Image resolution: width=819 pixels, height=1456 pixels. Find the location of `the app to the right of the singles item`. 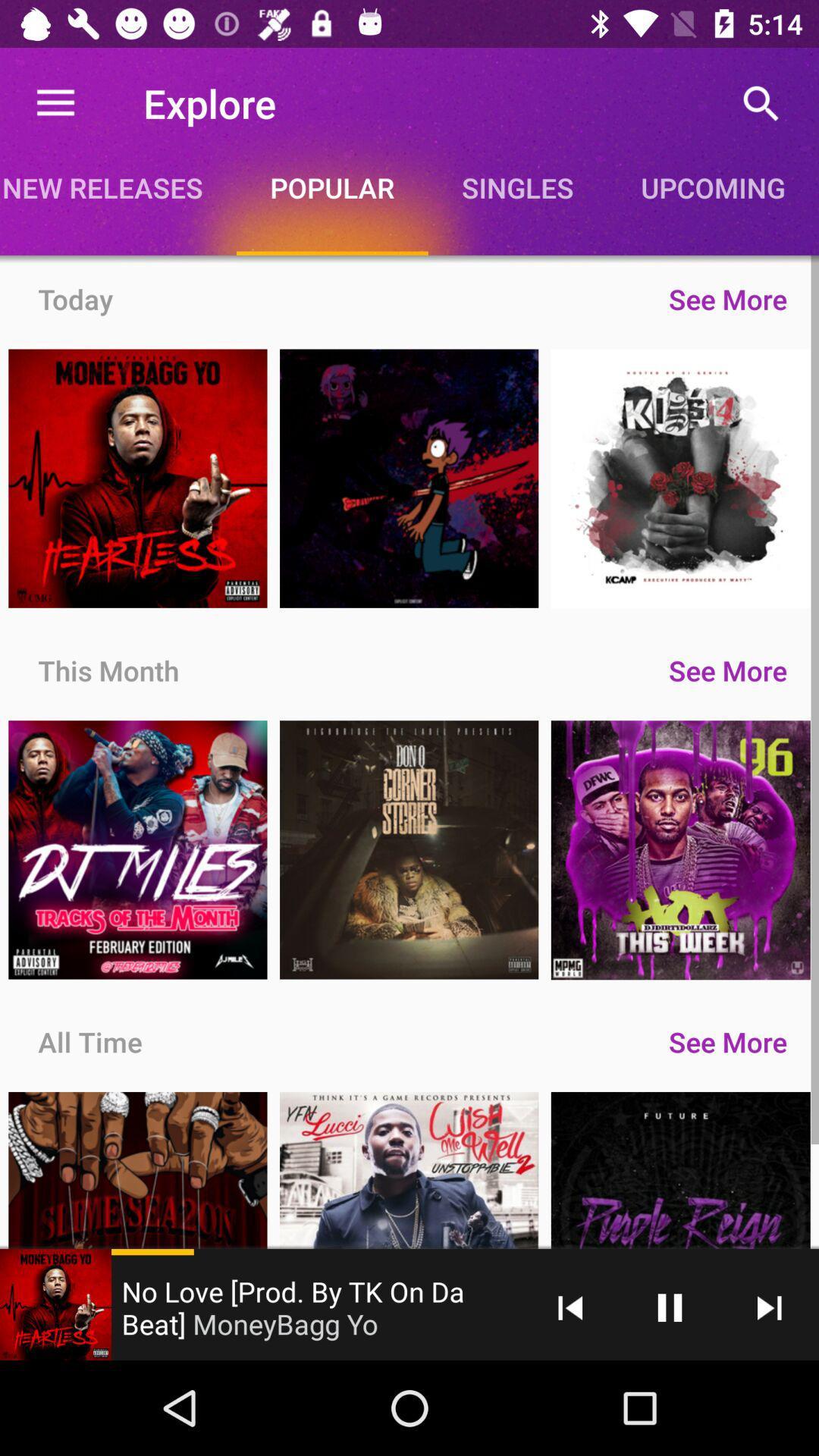

the app to the right of the singles item is located at coordinates (713, 187).